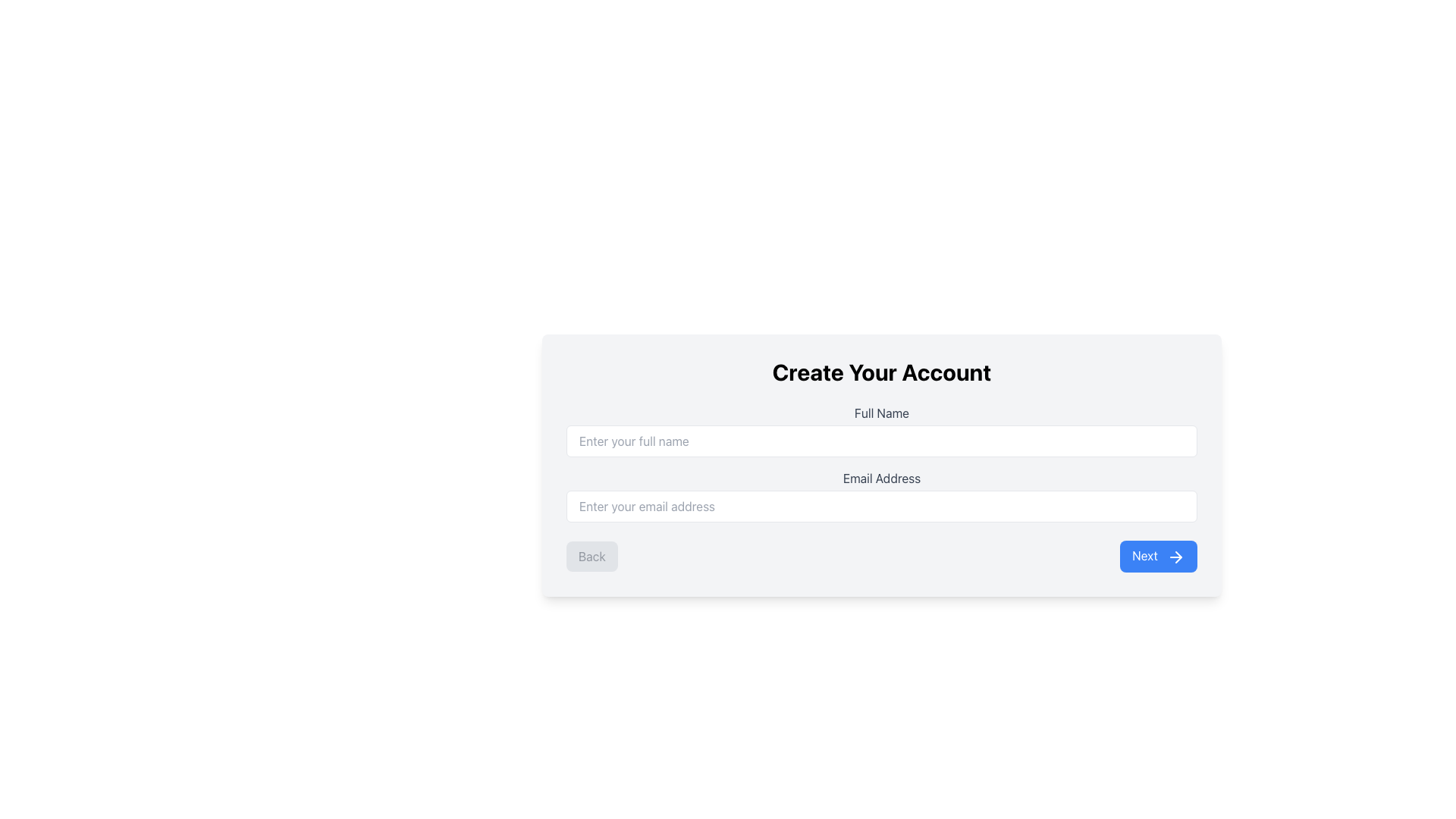 This screenshot has height=819, width=1456. Describe the element at coordinates (1178, 557) in the screenshot. I see `the arrow icon located in the bottom-right corner of the form interface within the 'Next' button group to proceed` at that location.